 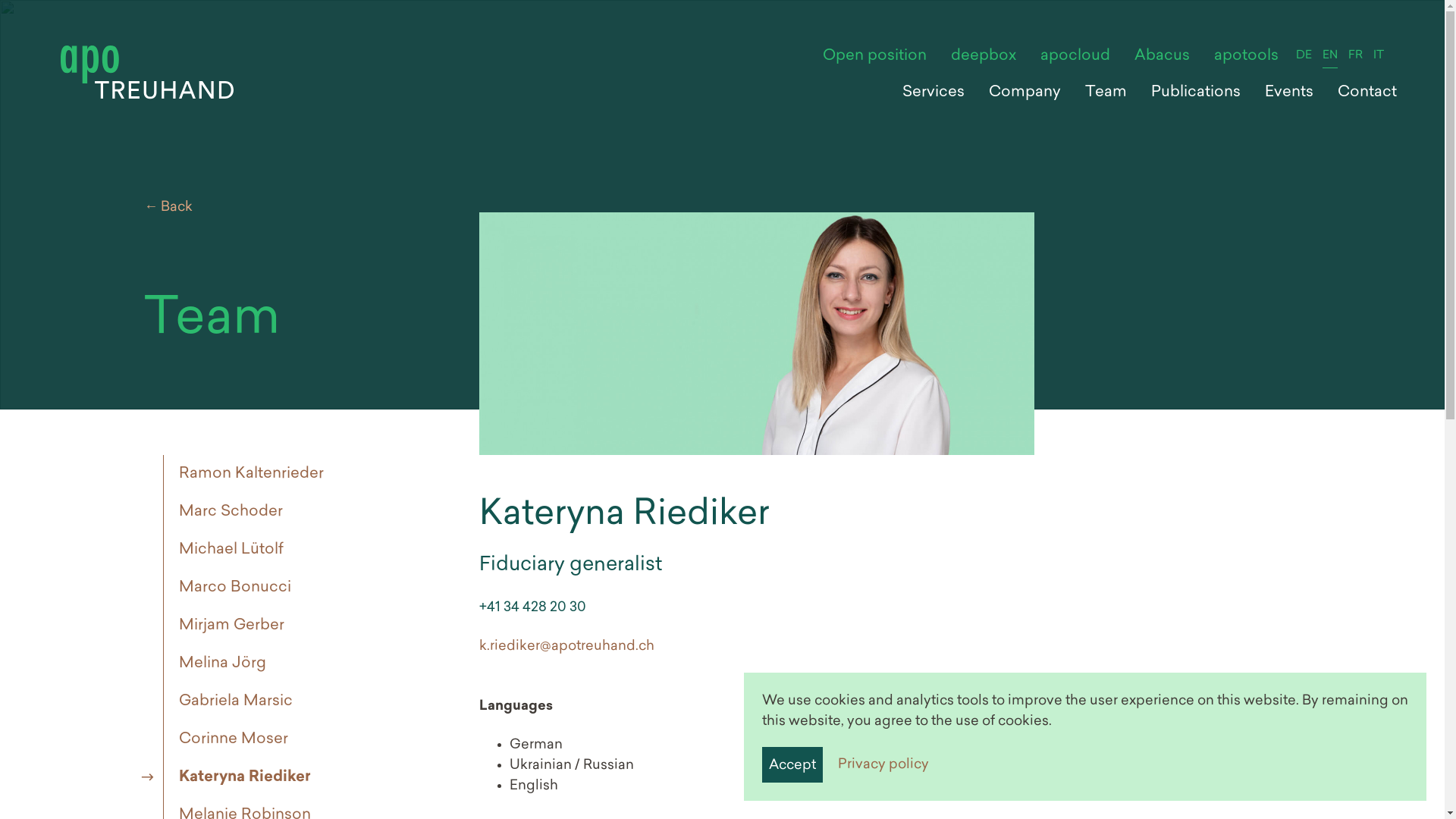 What do you see at coordinates (1329, 55) in the screenshot?
I see `'EN'` at bounding box center [1329, 55].